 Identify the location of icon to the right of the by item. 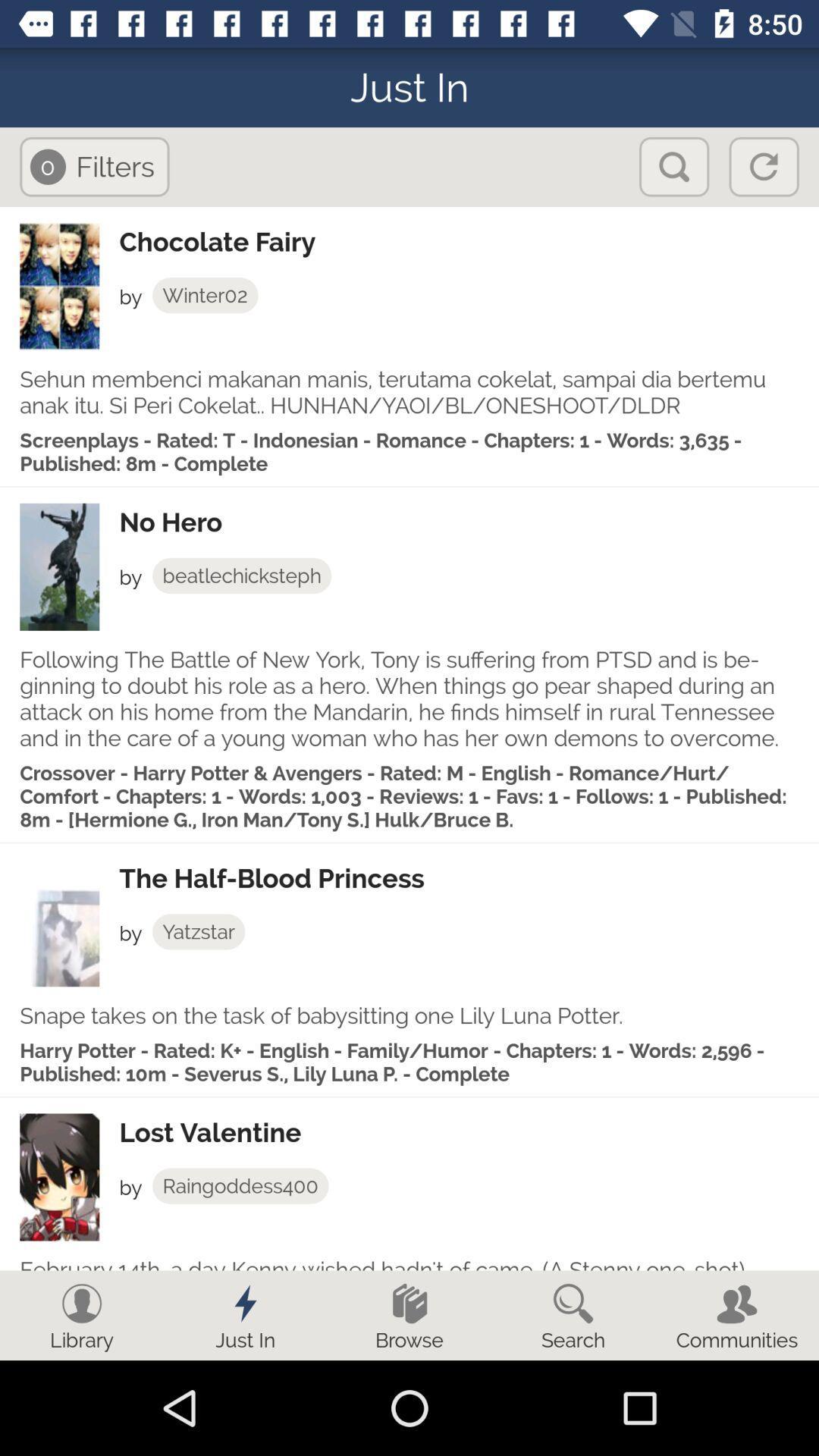
(240, 1185).